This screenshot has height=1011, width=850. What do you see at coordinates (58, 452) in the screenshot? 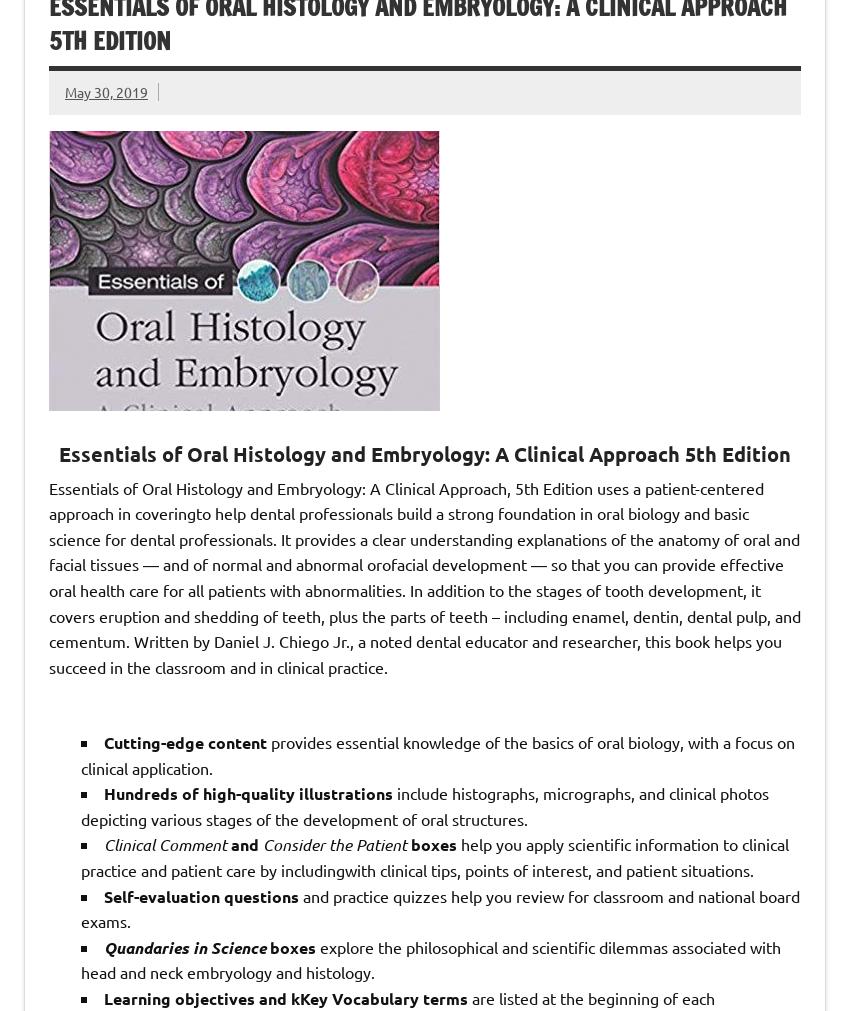
I see `'Essentials of Oral Histology and Embryology: A Clinical Approach'` at bounding box center [58, 452].